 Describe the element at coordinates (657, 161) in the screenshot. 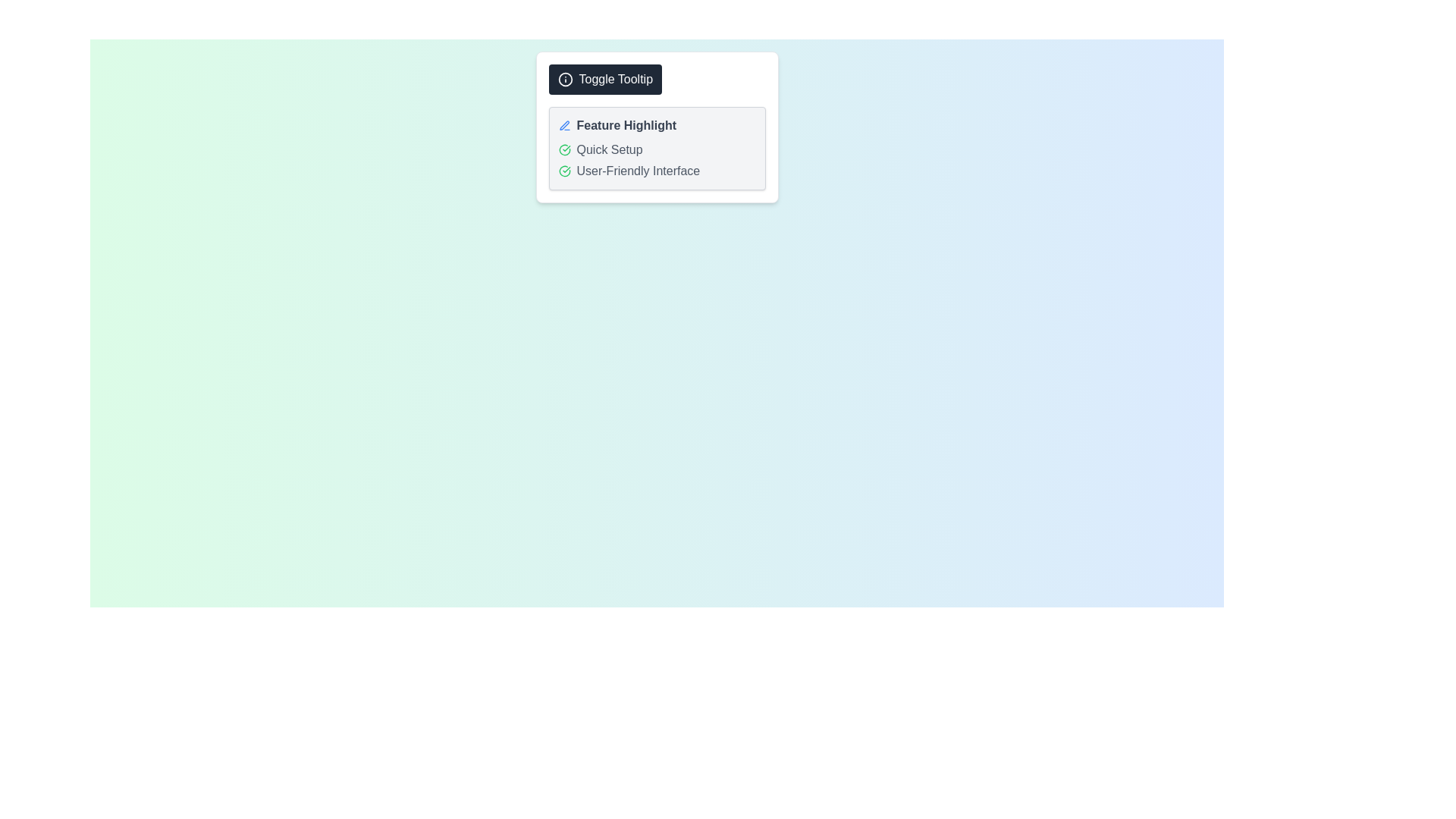

I see `text from the third list item with icon and text located below the 'Feature Highlight' title and above the next list item, which is centrally positioned in a light background card` at that location.